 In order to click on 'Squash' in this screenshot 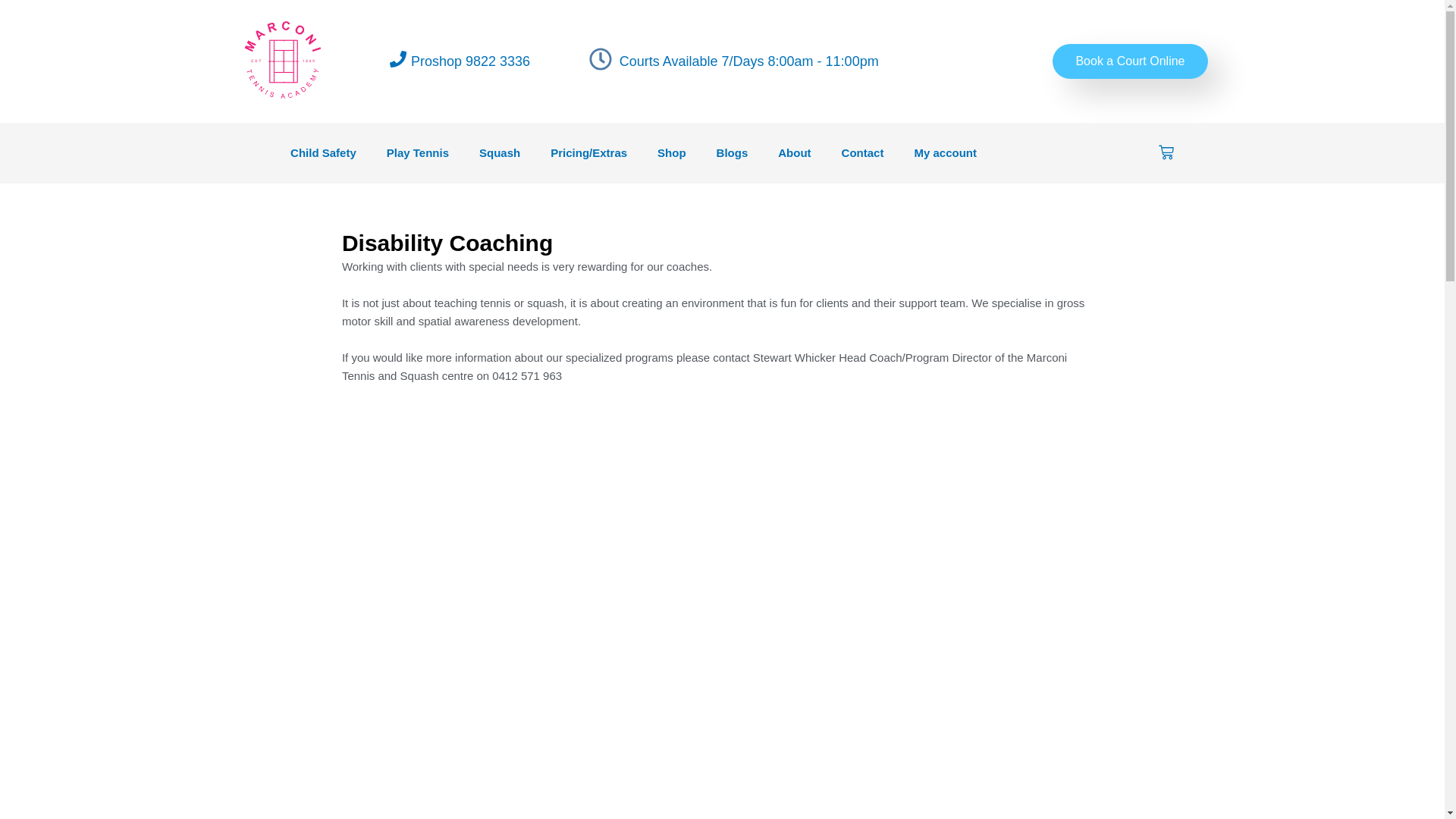, I will do `click(463, 152)`.